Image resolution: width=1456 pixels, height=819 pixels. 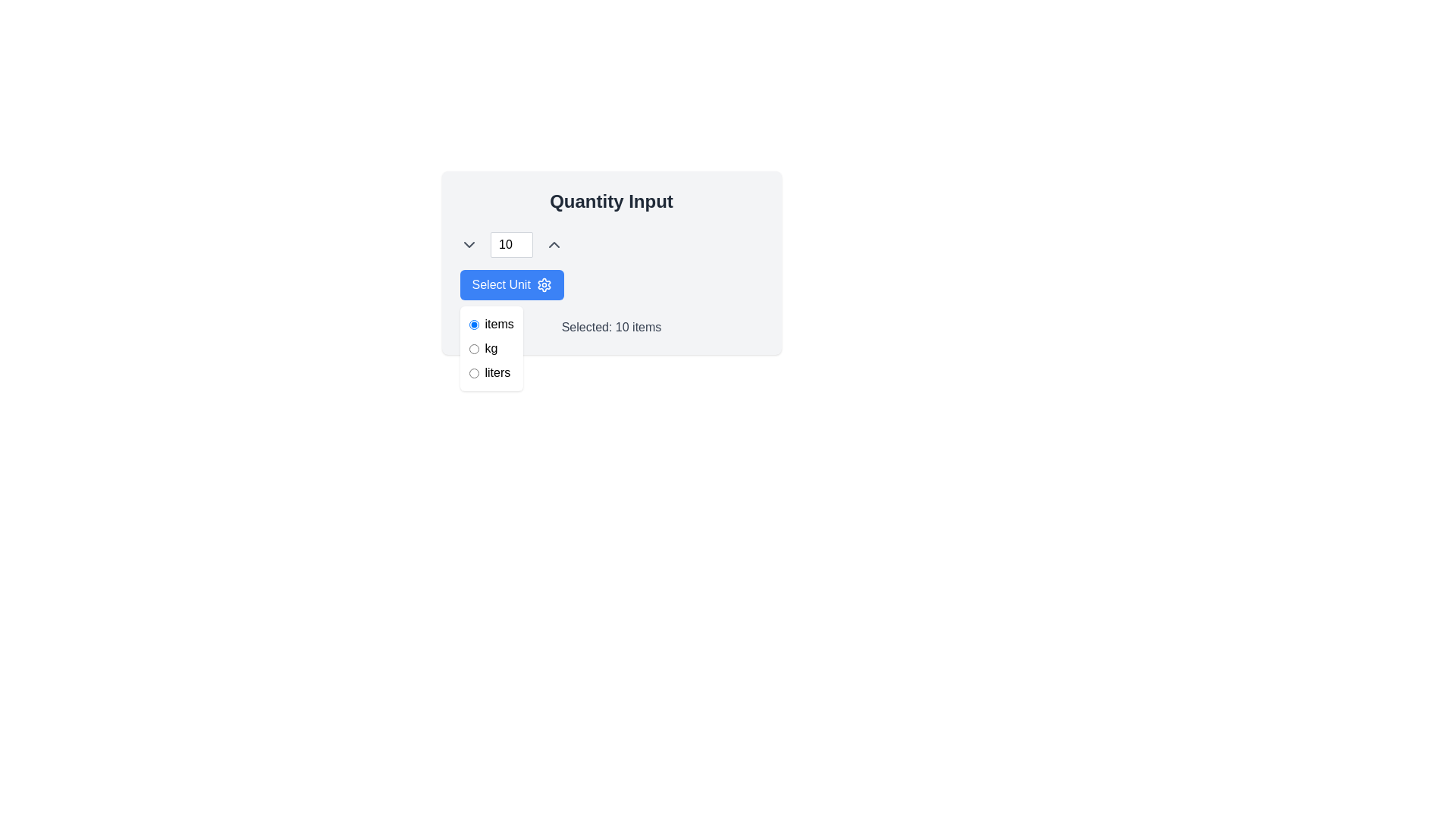 What do you see at coordinates (499, 324) in the screenshot?
I see `the text label reading 'items' which is positioned to the right of the radio button in the dropdown menu for selecting units` at bounding box center [499, 324].